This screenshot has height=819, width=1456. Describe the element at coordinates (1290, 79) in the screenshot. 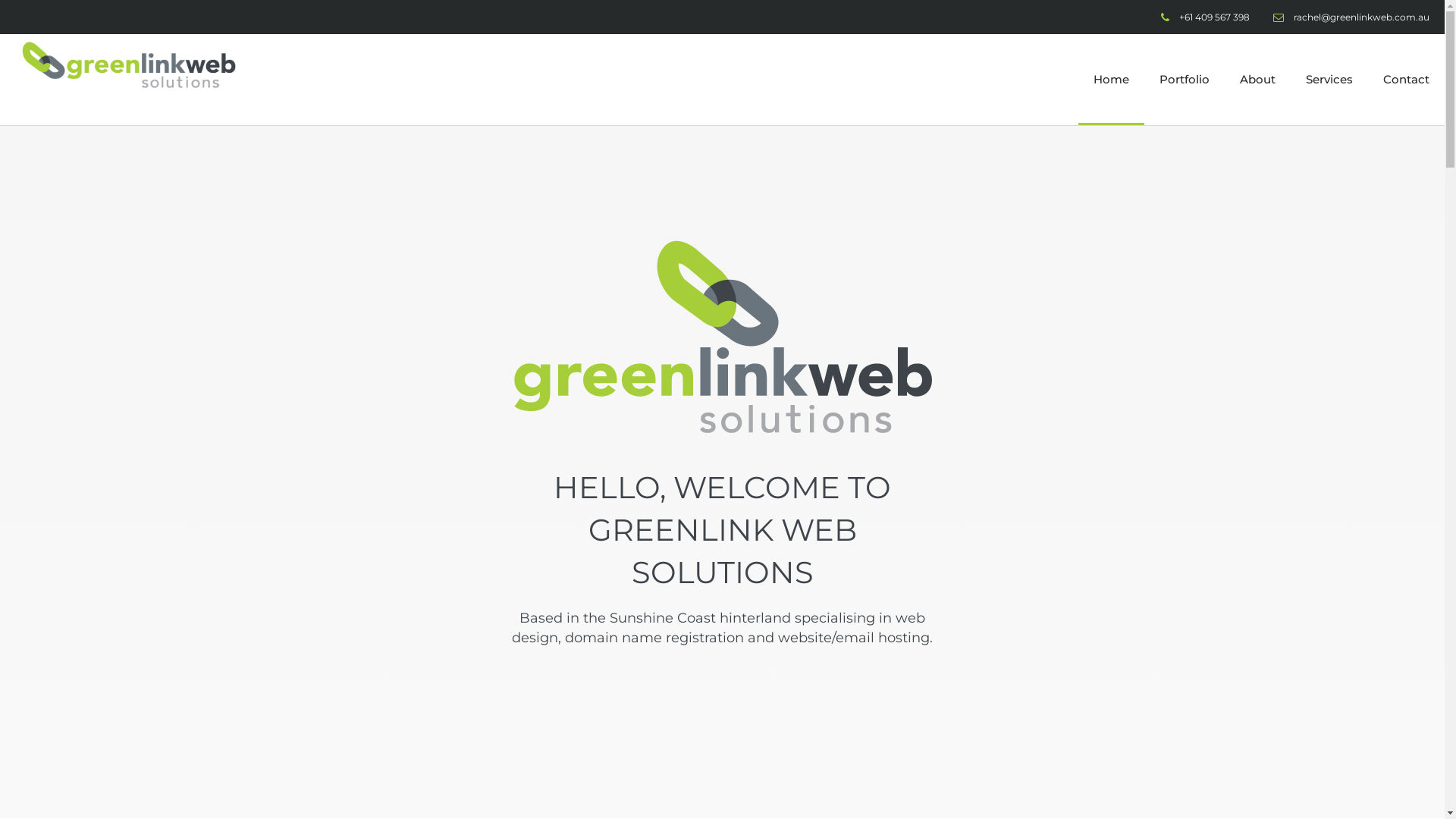

I see `'Services'` at that location.